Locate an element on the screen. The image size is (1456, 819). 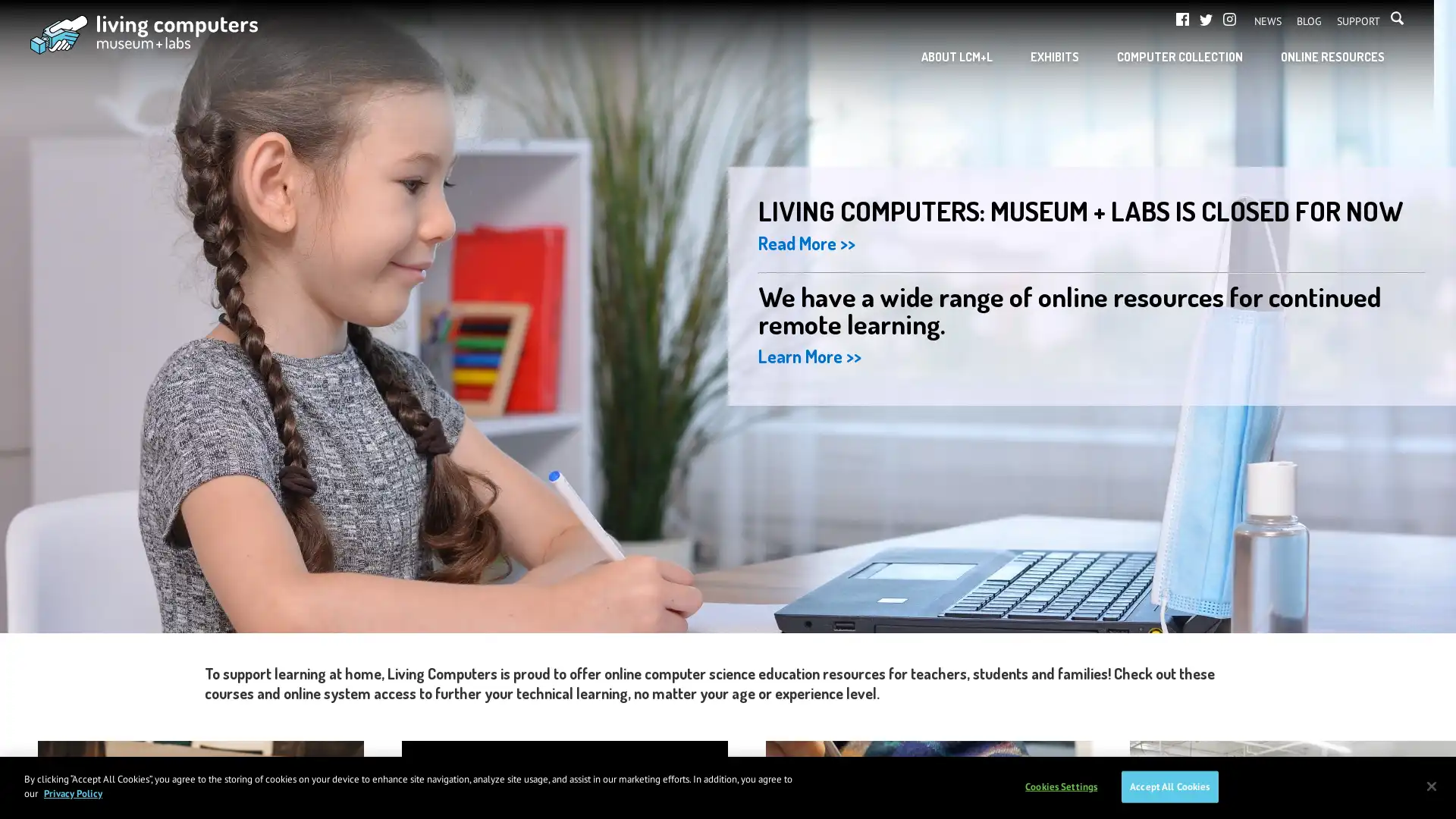
Close is located at coordinates (1430, 785).